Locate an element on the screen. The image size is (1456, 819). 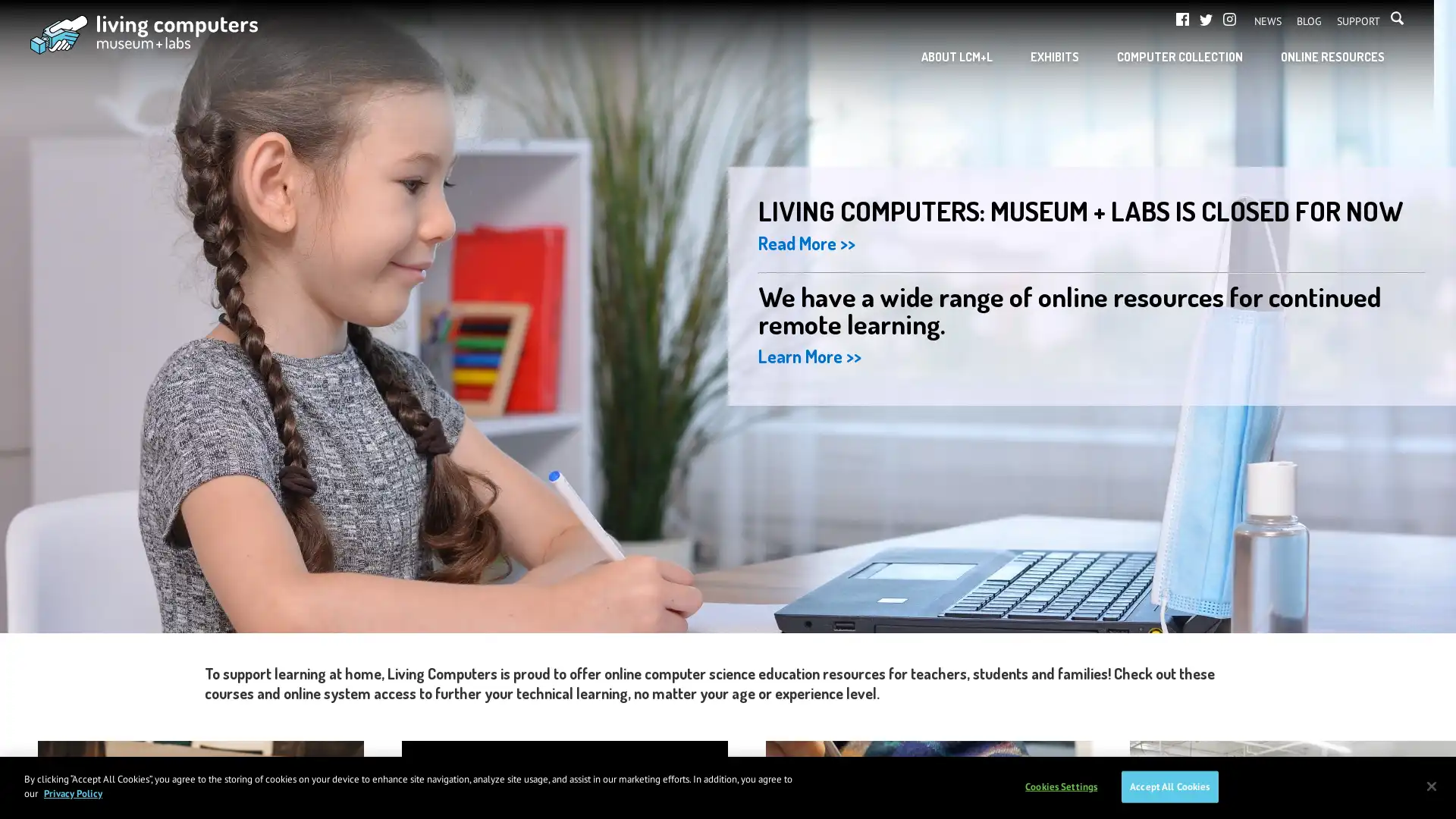
Close is located at coordinates (1430, 785).